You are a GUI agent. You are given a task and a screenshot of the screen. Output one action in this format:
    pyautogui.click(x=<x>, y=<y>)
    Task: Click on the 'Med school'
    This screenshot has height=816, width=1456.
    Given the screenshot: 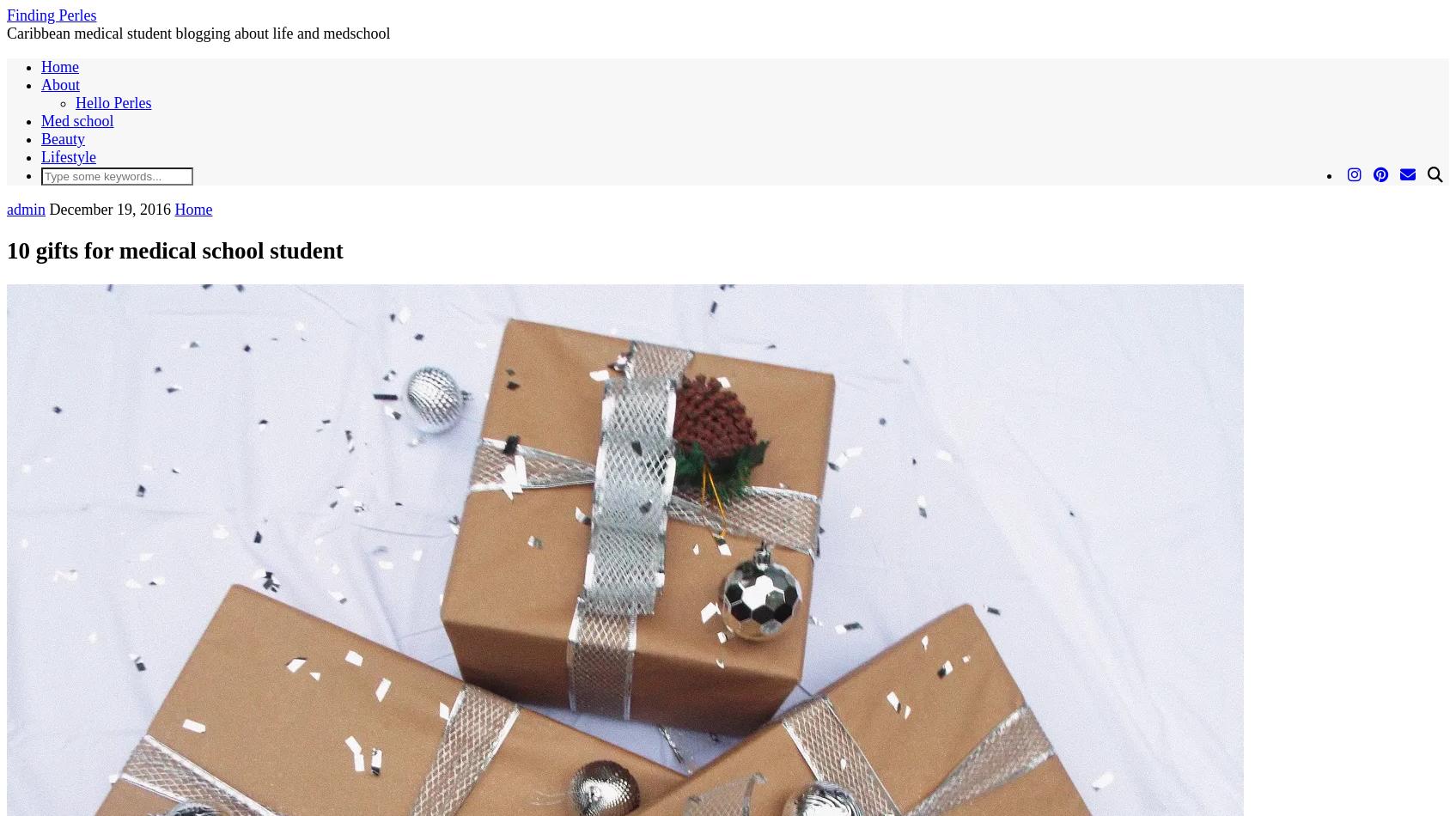 What is the action you would take?
    pyautogui.click(x=76, y=120)
    